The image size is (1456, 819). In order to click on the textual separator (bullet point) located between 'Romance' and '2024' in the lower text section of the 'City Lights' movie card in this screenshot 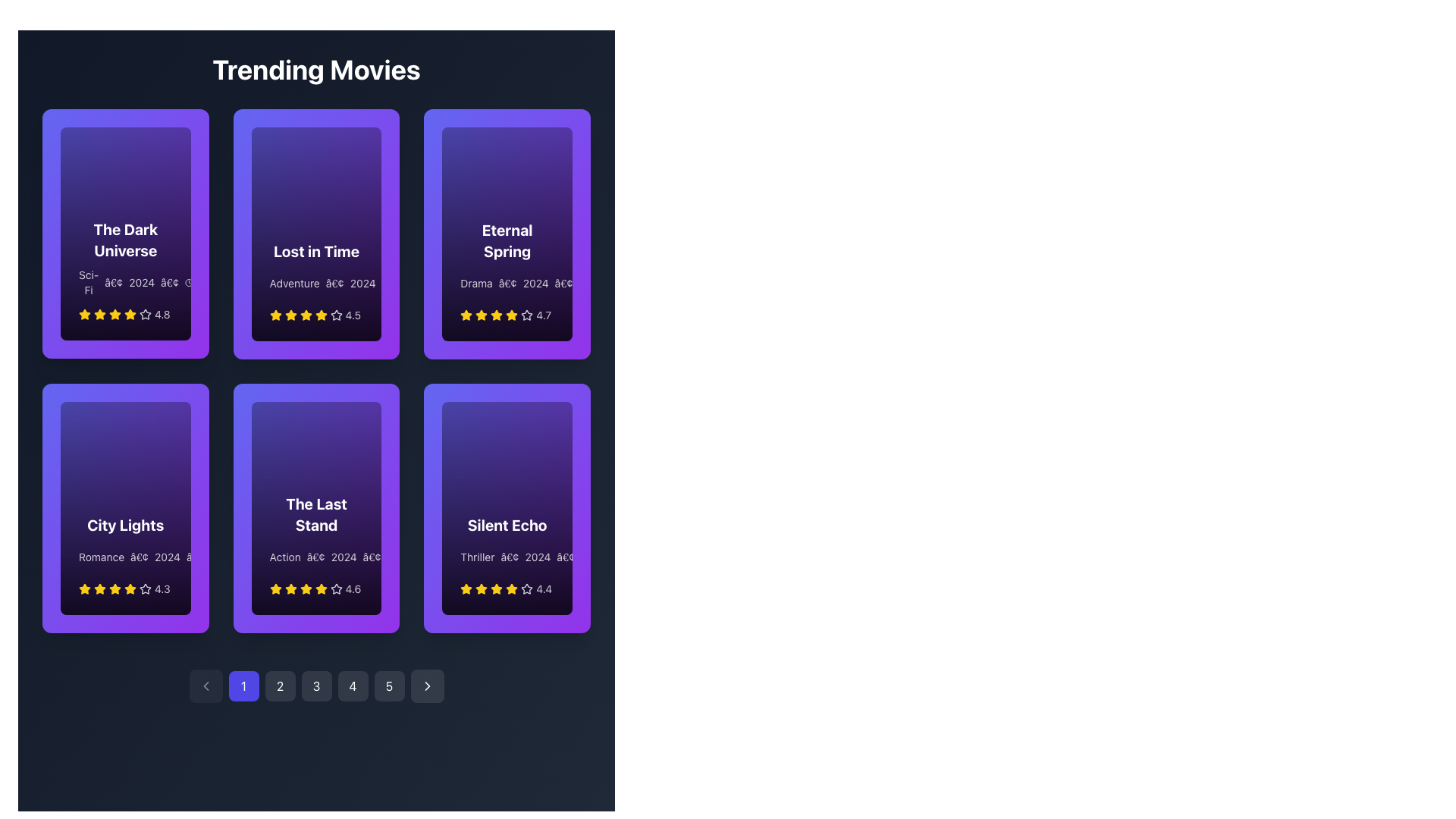, I will do `click(140, 557)`.